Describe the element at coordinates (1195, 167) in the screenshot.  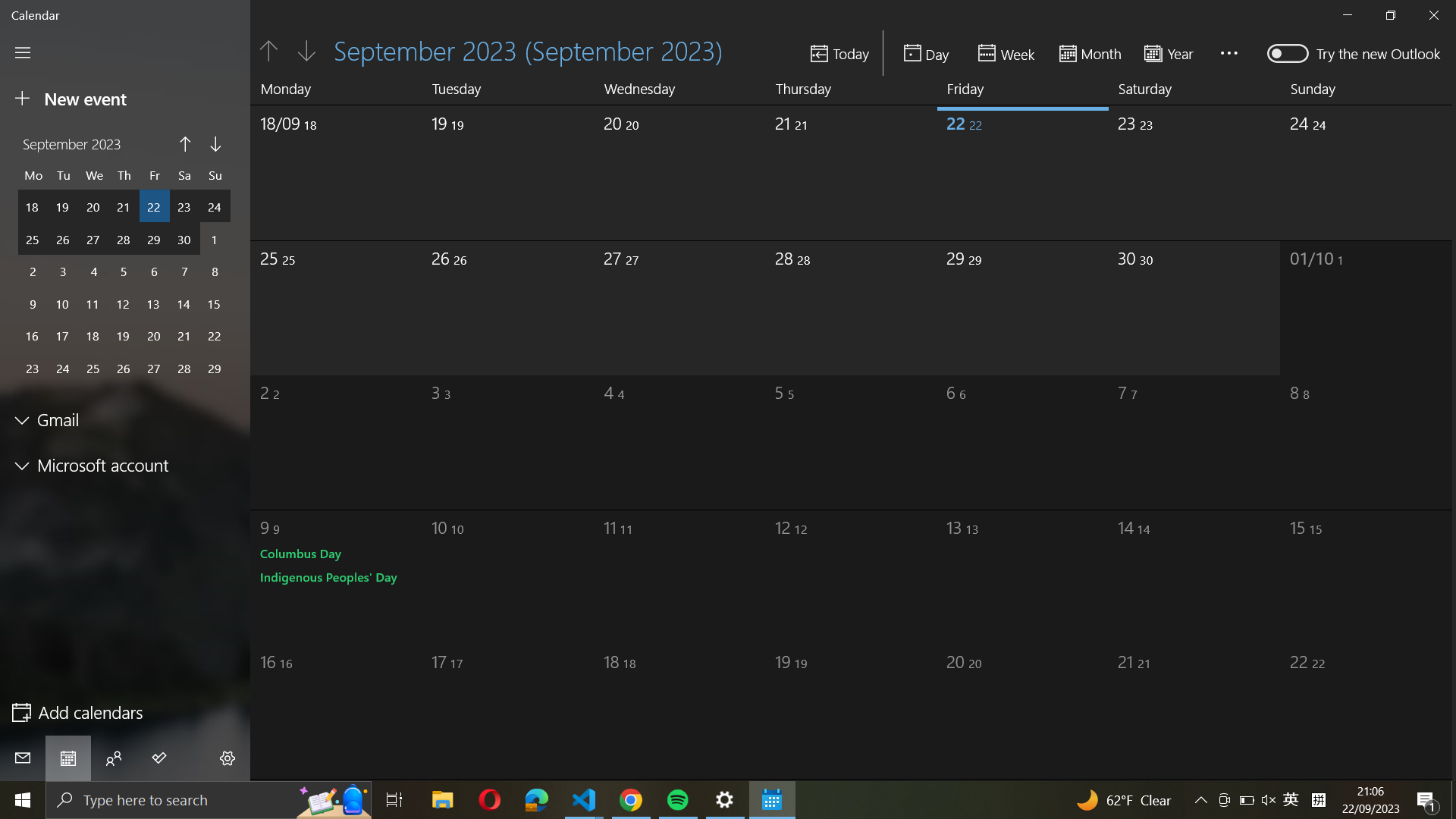
I see `the last day of September` at that location.